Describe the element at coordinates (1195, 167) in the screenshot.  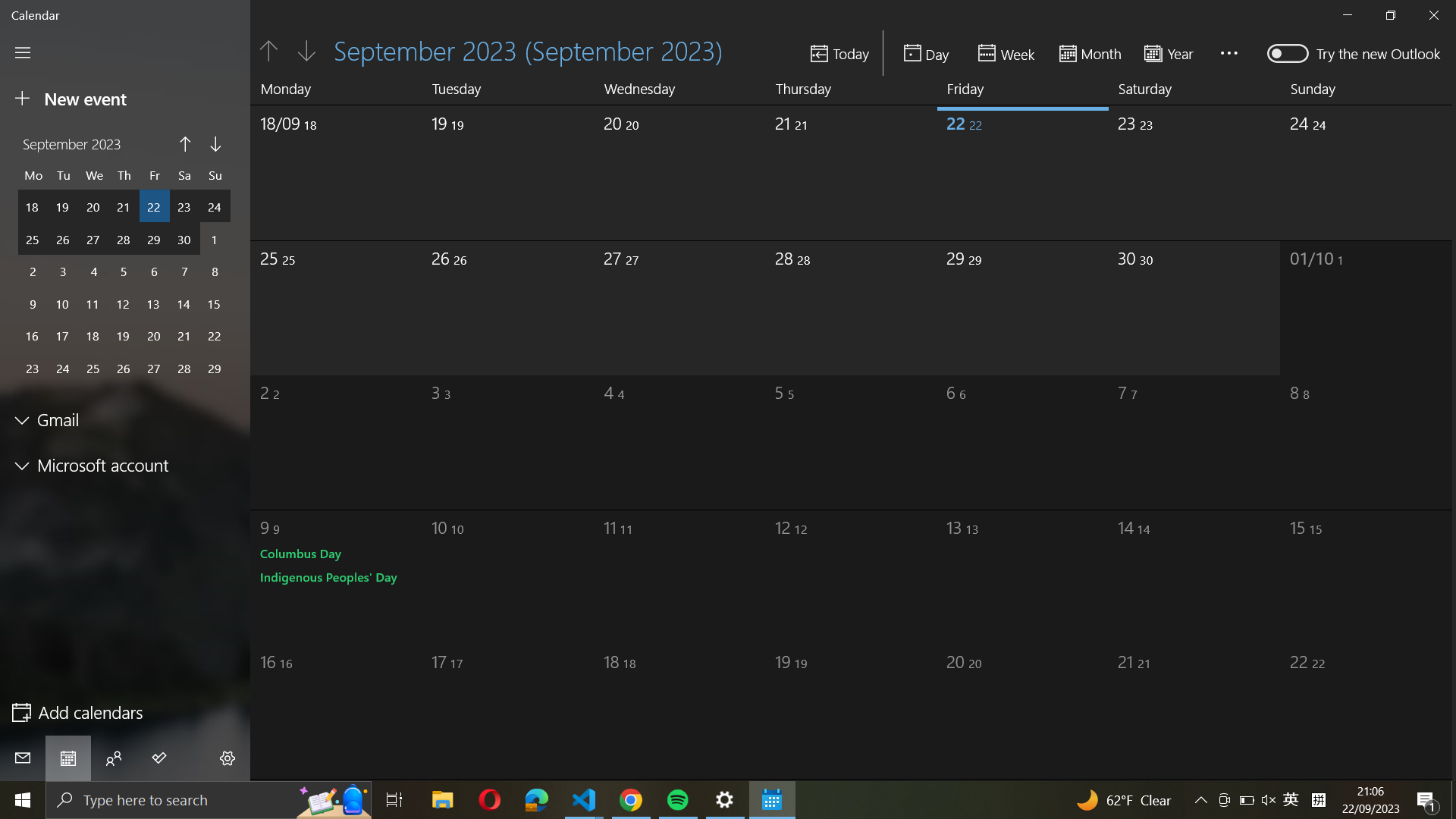
I see `the last day of September` at that location.